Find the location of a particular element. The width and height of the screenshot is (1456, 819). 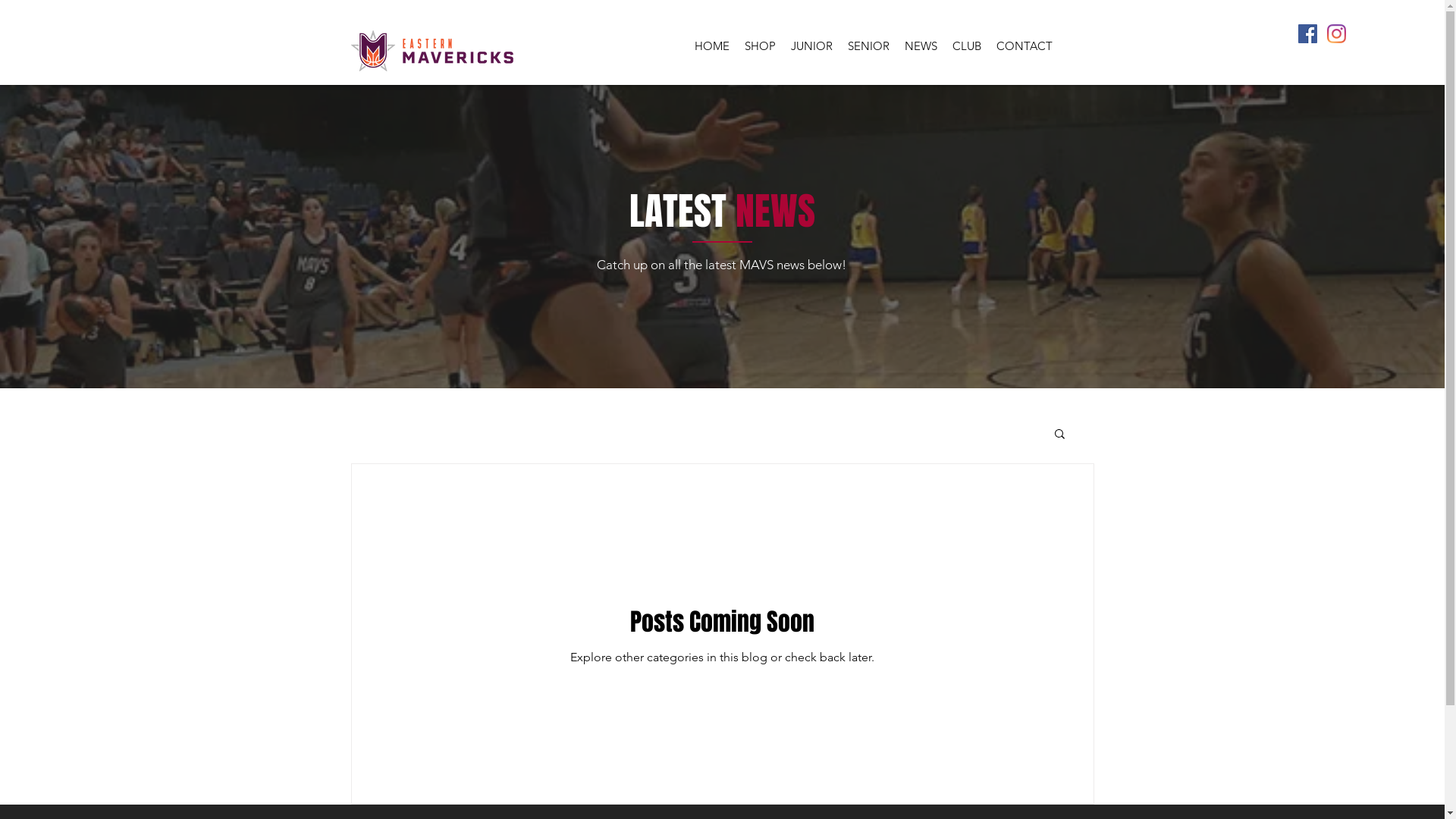

'SHOP' is located at coordinates (760, 45).